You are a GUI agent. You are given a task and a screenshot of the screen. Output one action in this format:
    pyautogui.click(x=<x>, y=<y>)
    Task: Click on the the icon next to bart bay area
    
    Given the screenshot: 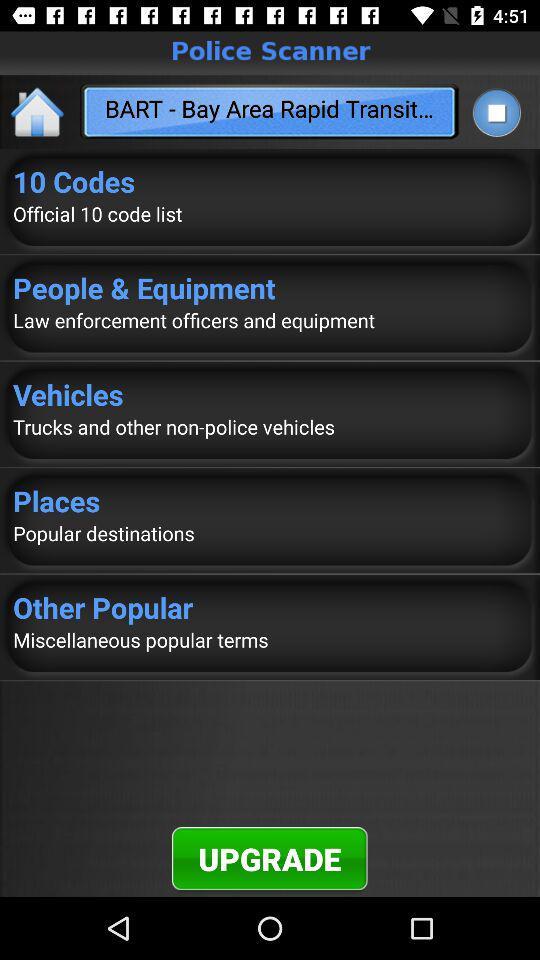 What is the action you would take?
    pyautogui.click(x=38, y=111)
    